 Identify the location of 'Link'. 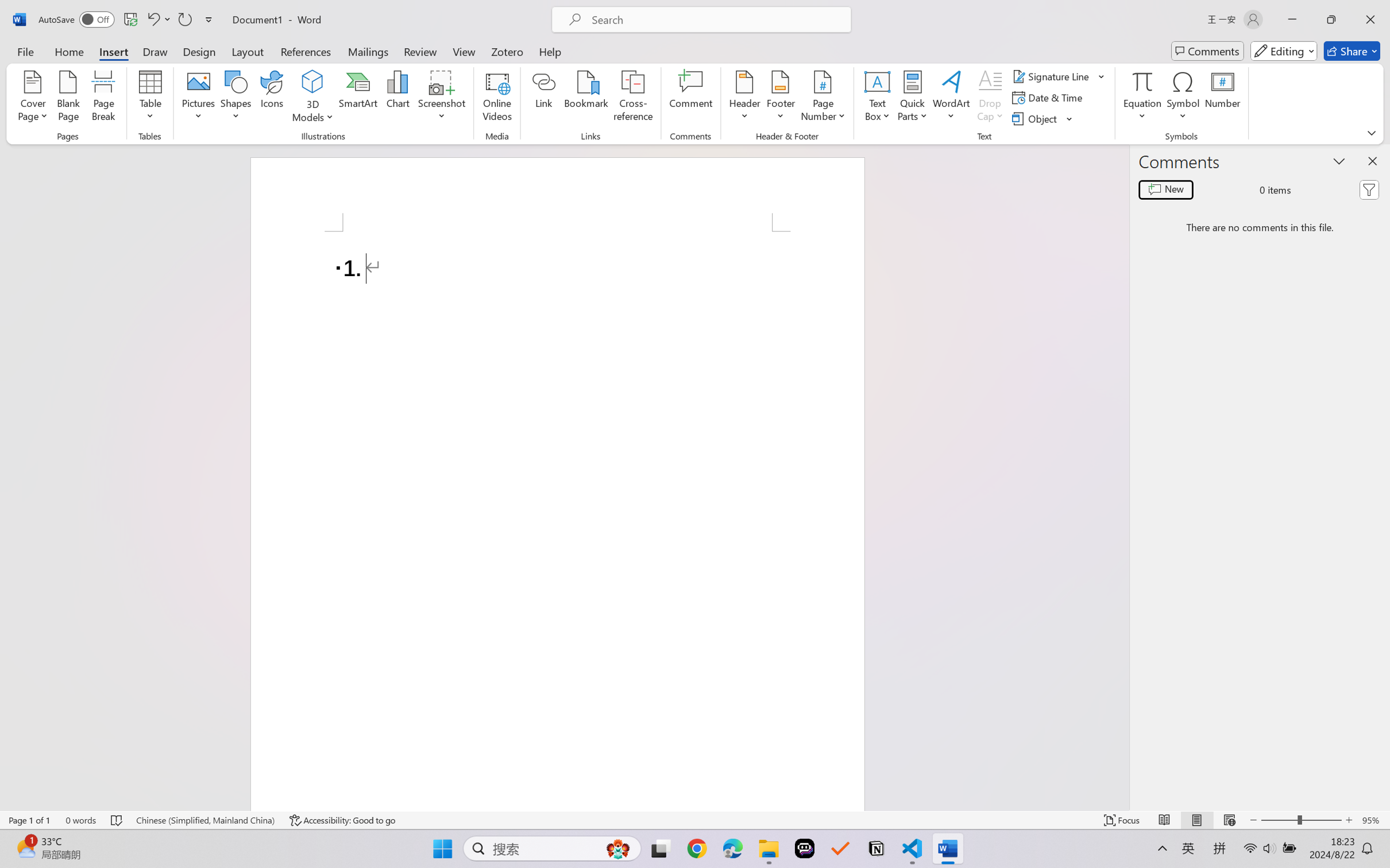
(543, 98).